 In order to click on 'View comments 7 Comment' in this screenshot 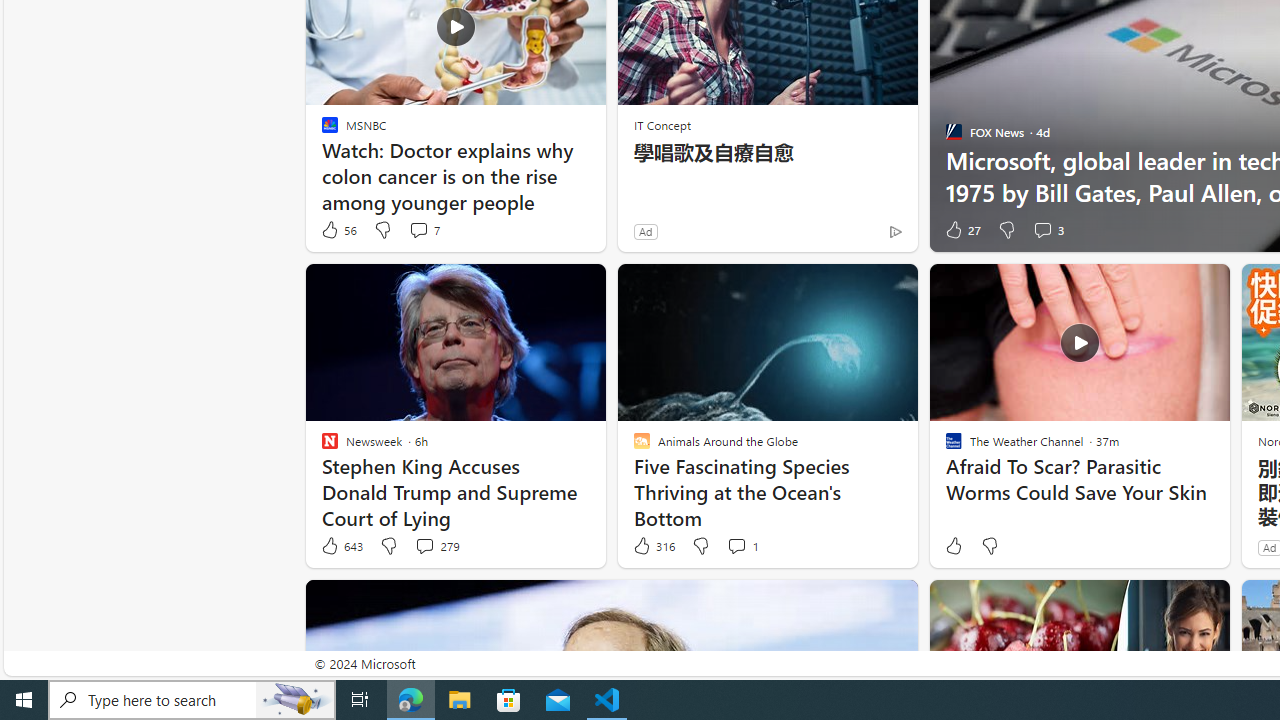, I will do `click(417, 229)`.